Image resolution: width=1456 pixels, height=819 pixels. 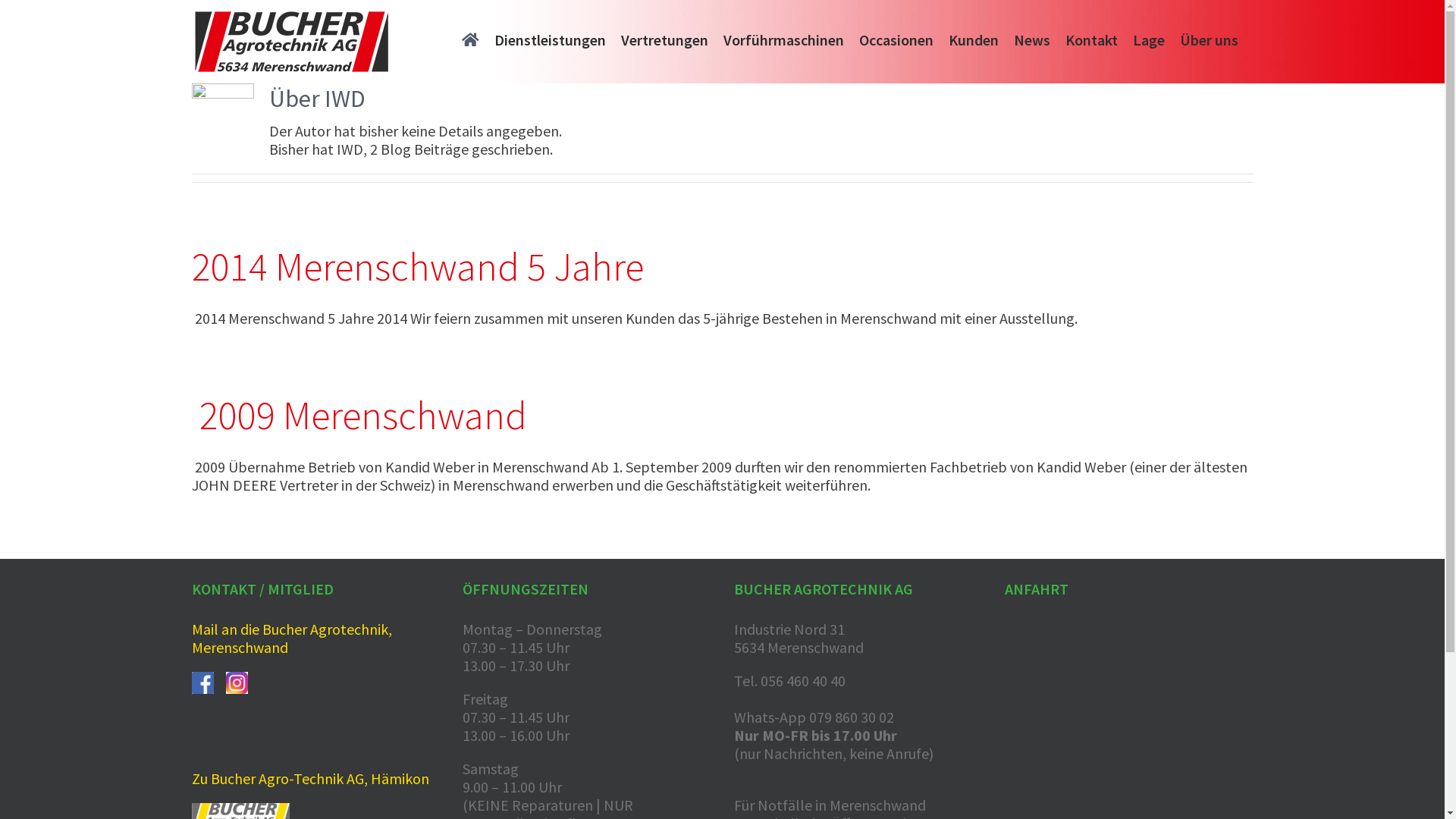 What do you see at coordinates (549, 37) in the screenshot?
I see `'Dienstleistungen'` at bounding box center [549, 37].